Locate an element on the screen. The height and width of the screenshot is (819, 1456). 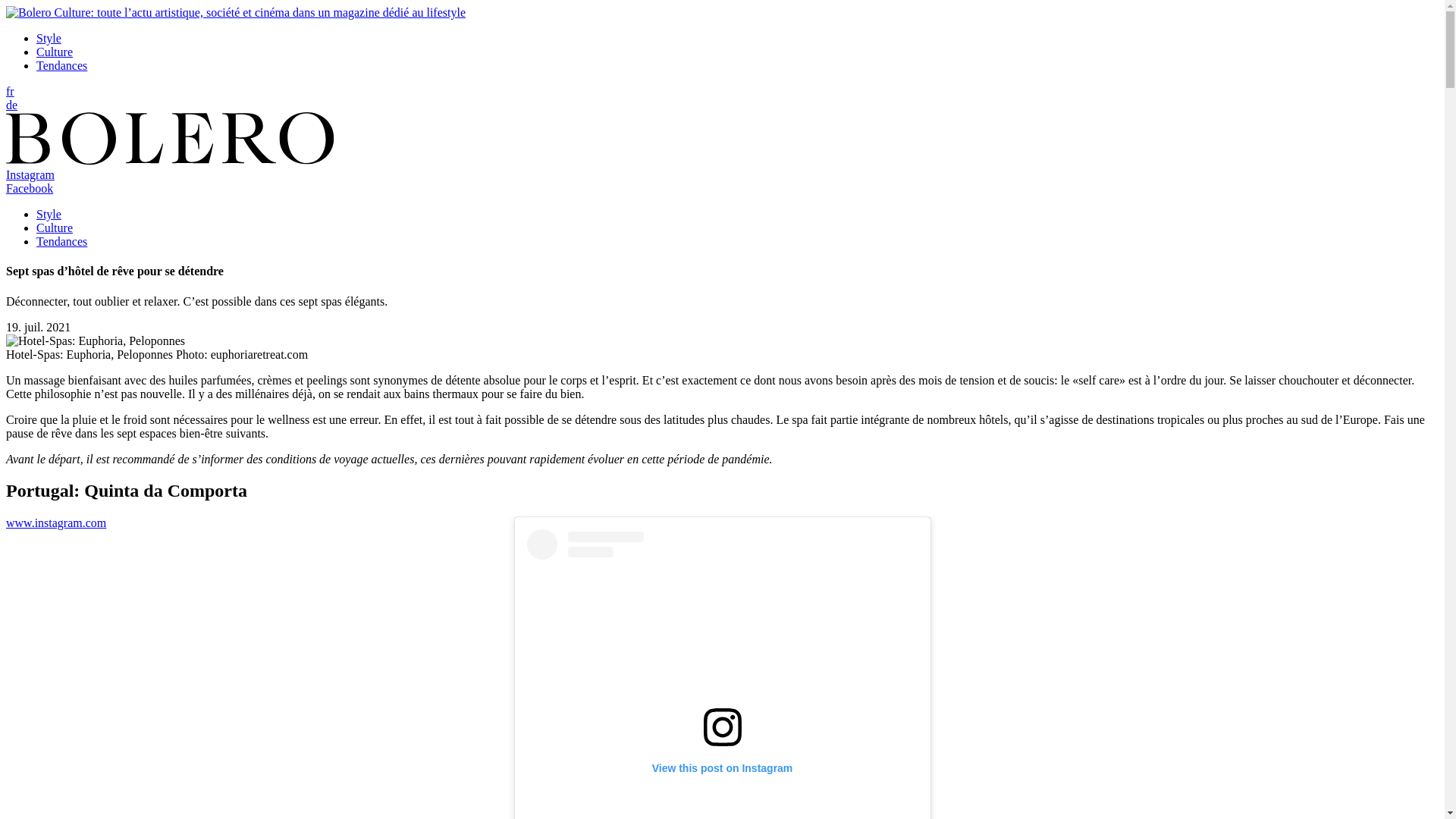
'Hotel-Spas: Euphoria, Peloponnes' is located at coordinates (94, 341).